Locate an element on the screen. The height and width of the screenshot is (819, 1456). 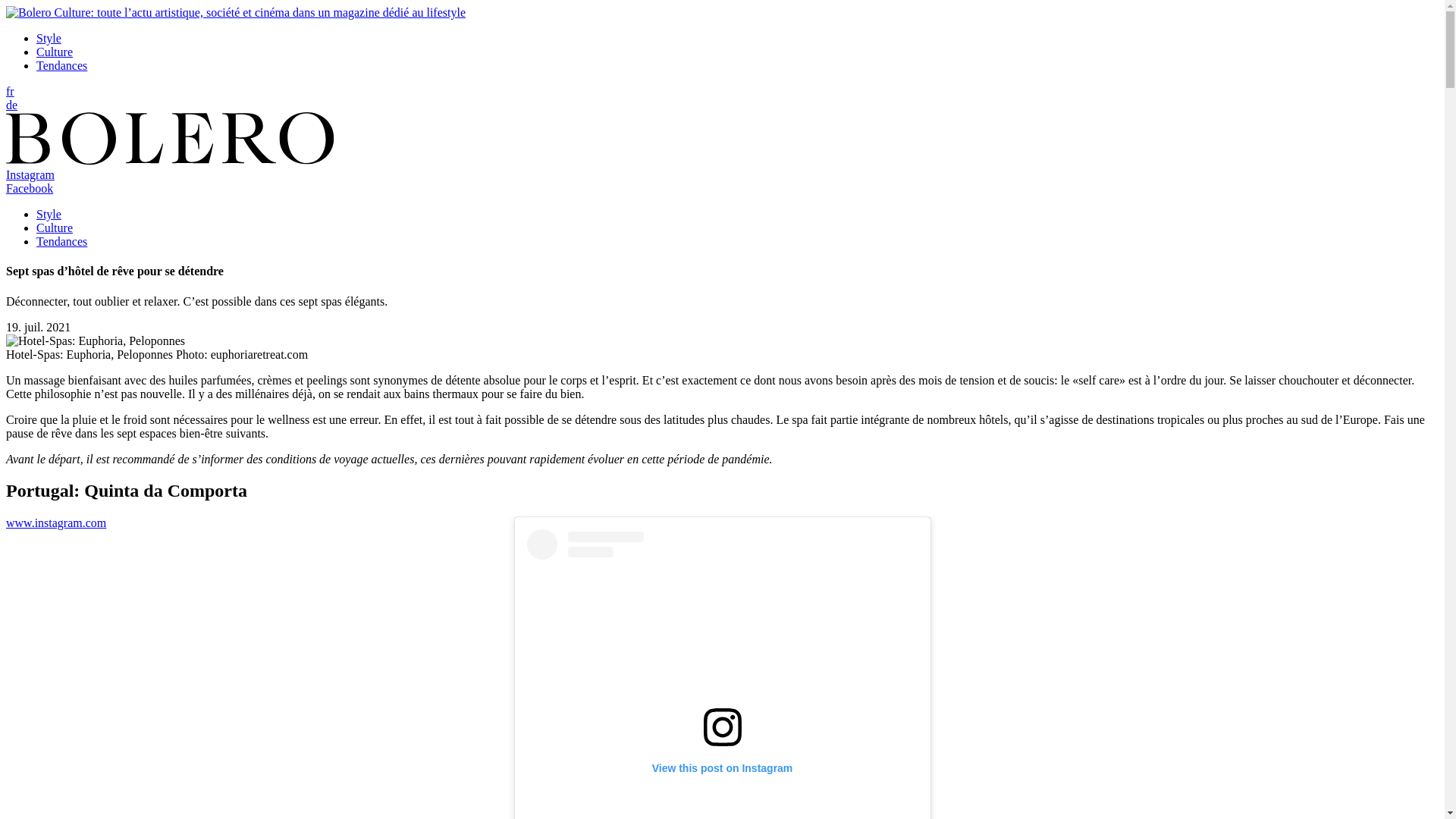
'Hotel-Spas: Euphoria, Peloponnes' is located at coordinates (94, 341).